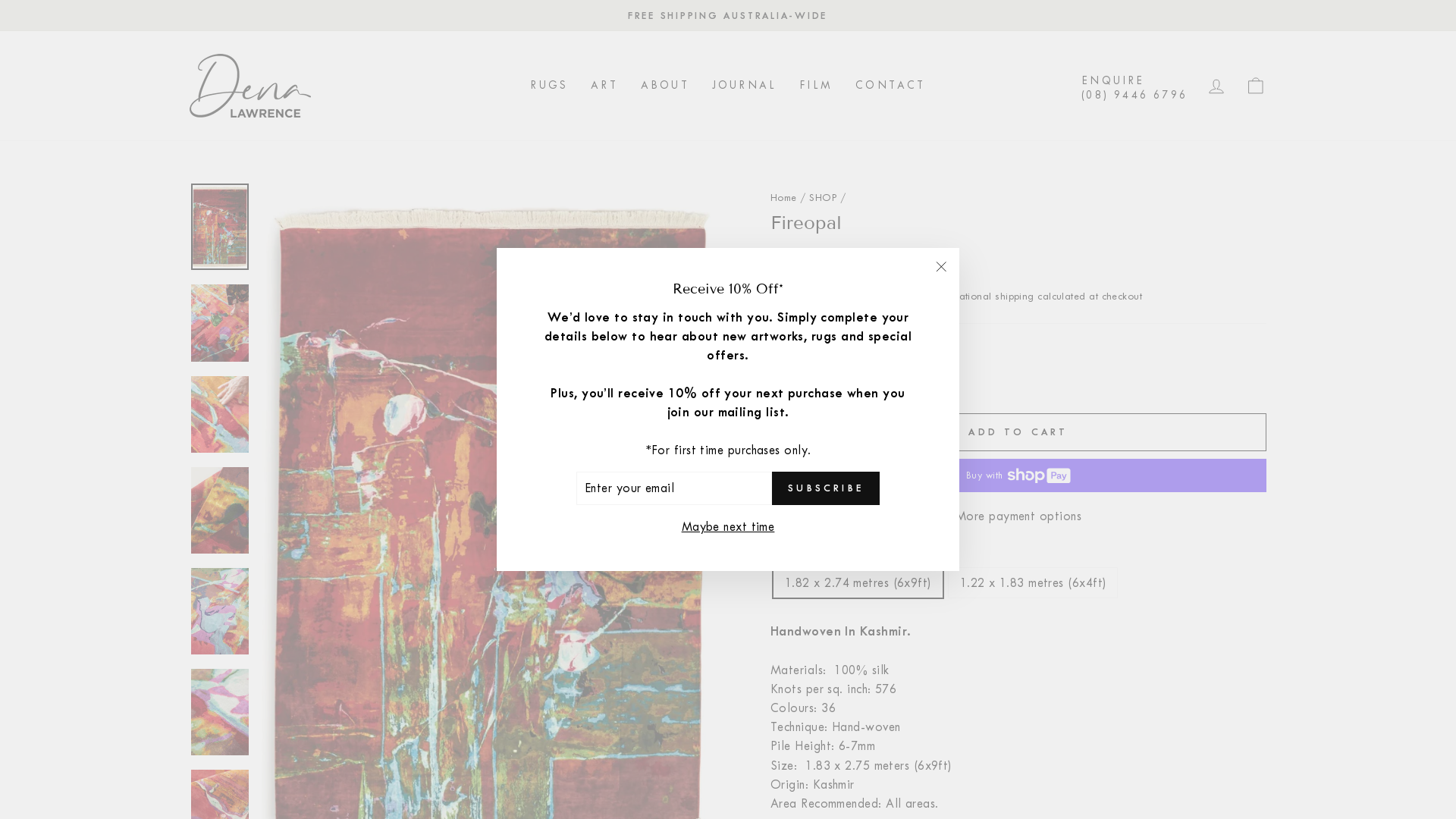 Image resolution: width=1456 pixels, height=819 pixels. I want to click on 'RUGS', so click(548, 86).